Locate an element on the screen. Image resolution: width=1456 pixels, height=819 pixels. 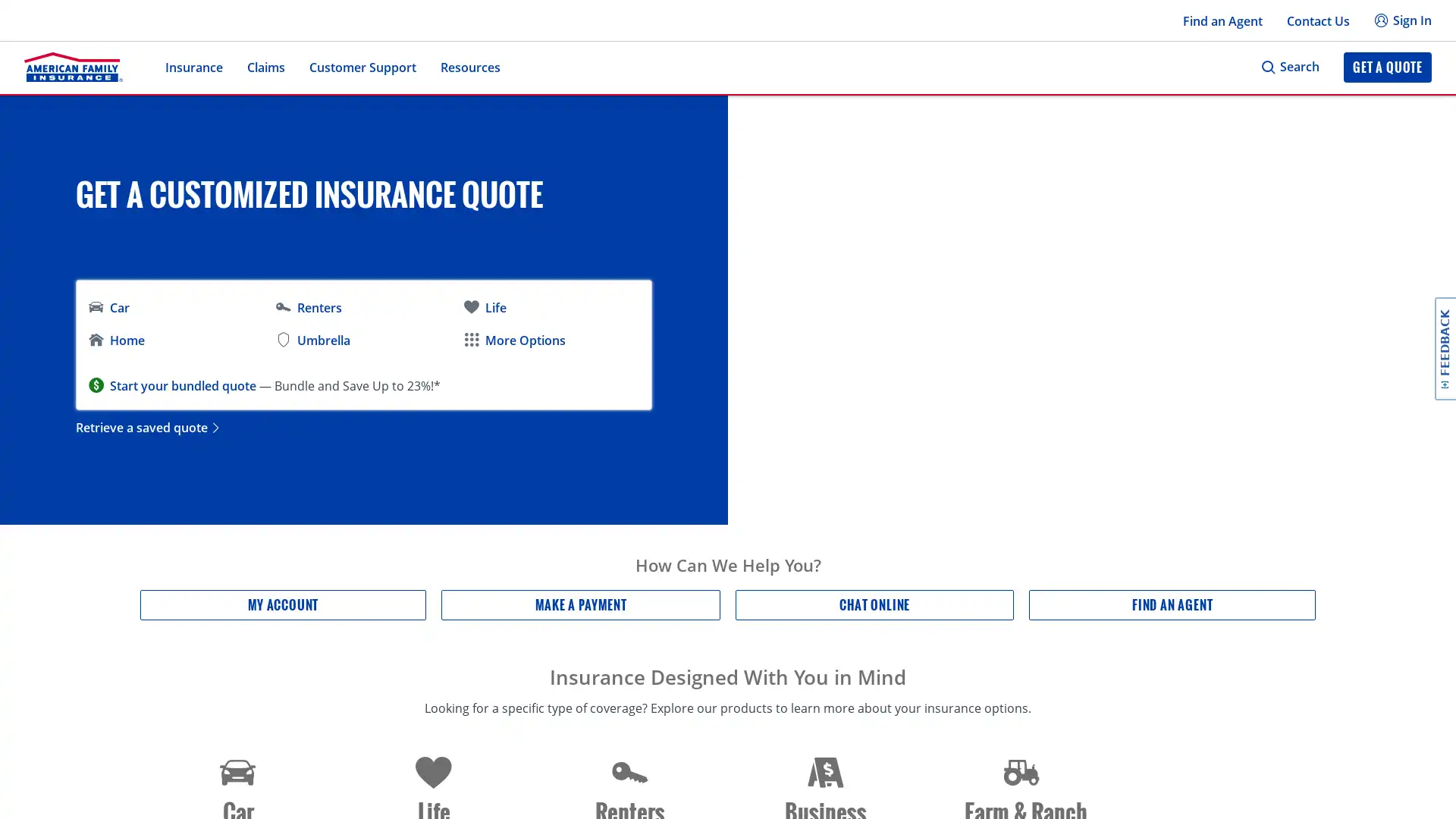
Sign In is located at coordinates (1401, 20).